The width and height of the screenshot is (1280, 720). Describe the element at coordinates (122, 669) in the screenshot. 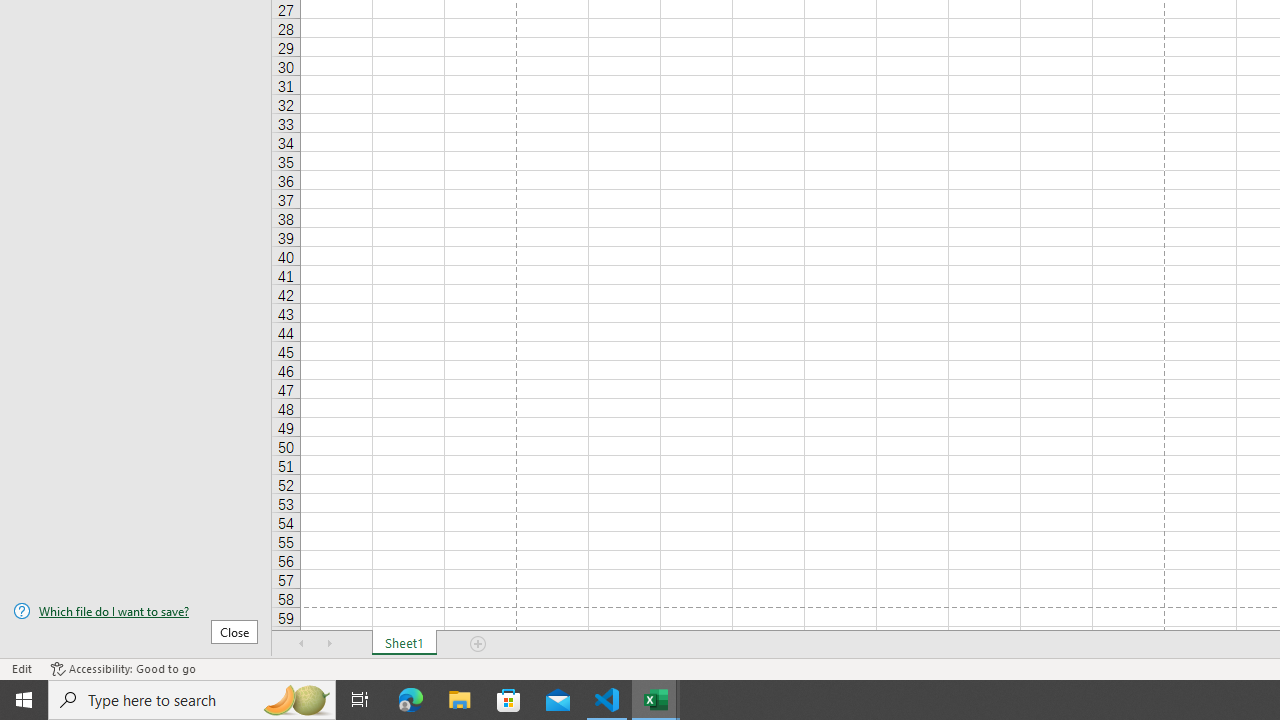

I see `'Accessibility Checker Accessibility: Good to go'` at that location.